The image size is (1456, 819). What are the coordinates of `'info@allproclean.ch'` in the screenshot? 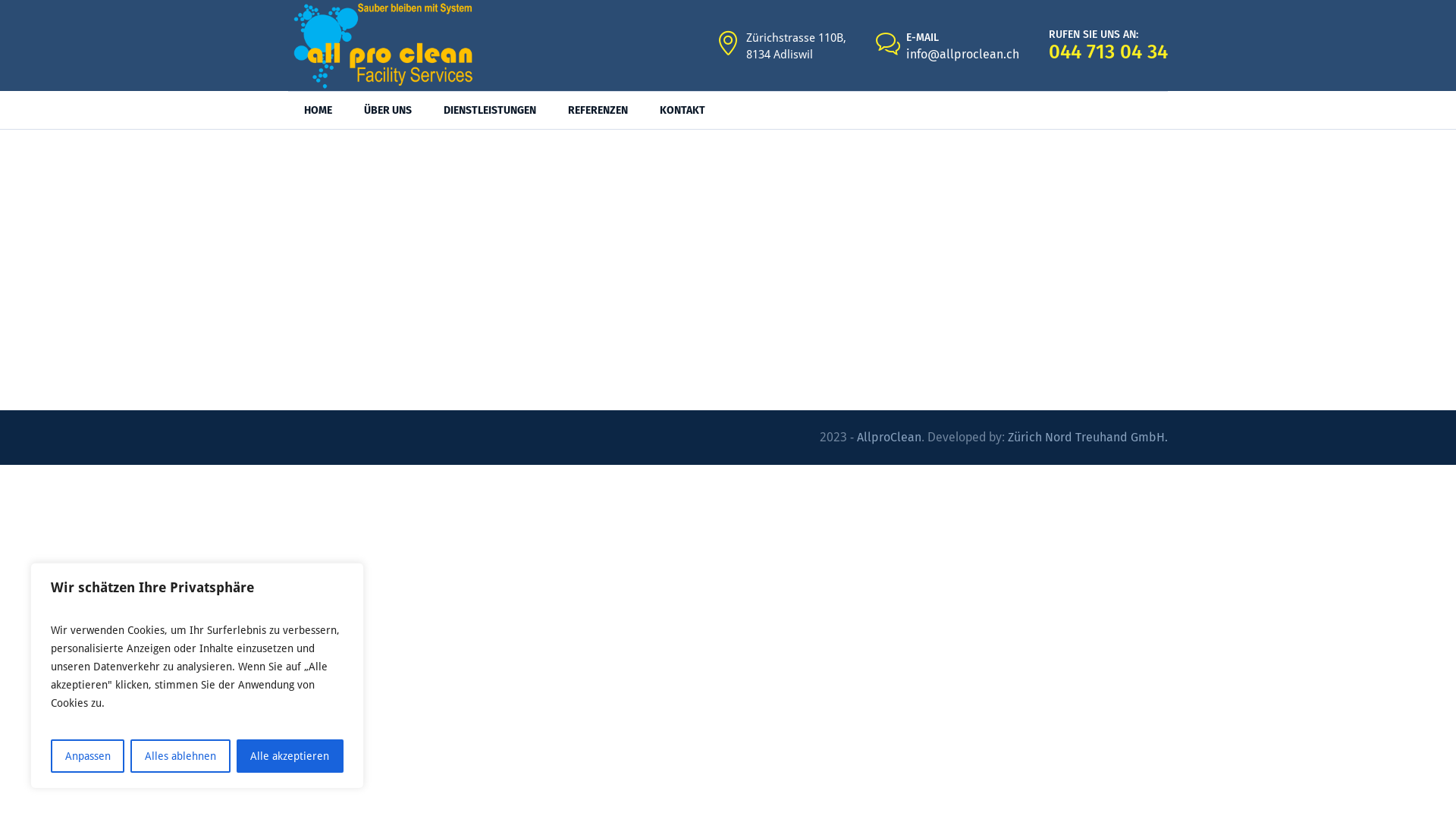 It's located at (962, 53).